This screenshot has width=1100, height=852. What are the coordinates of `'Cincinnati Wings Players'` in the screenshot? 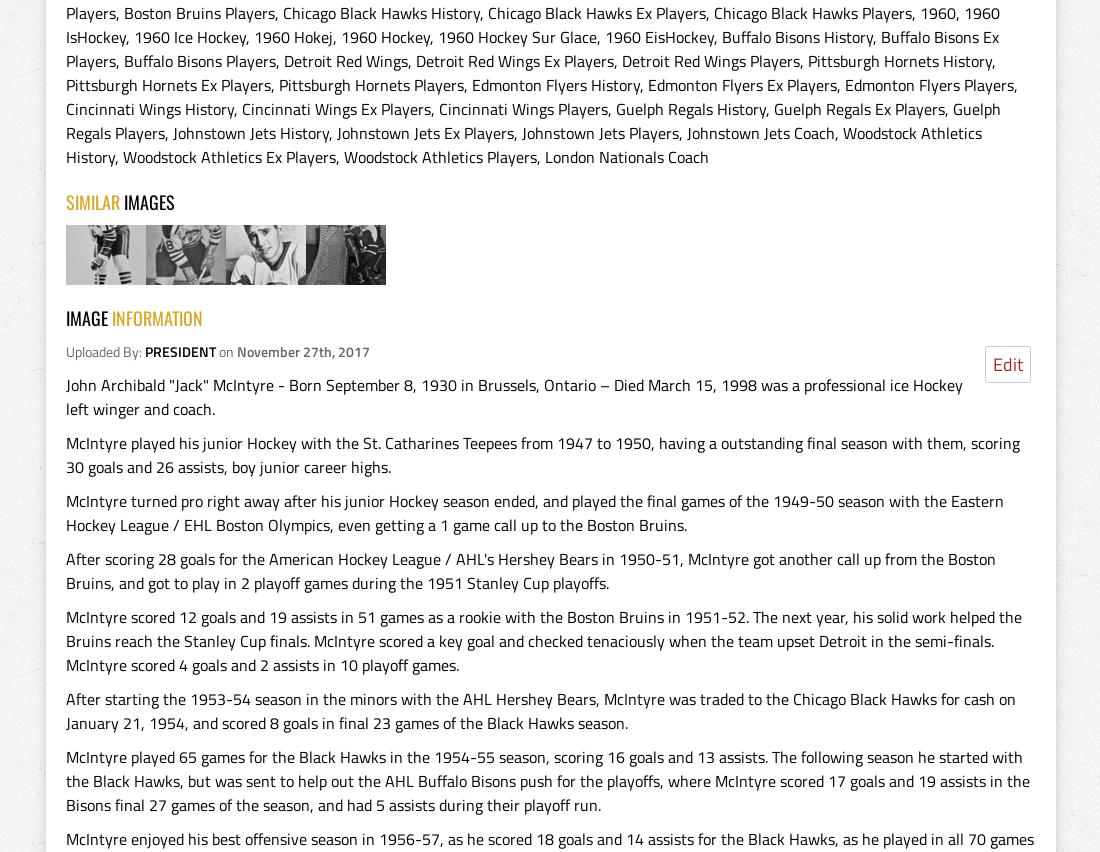 It's located at (523, 108).